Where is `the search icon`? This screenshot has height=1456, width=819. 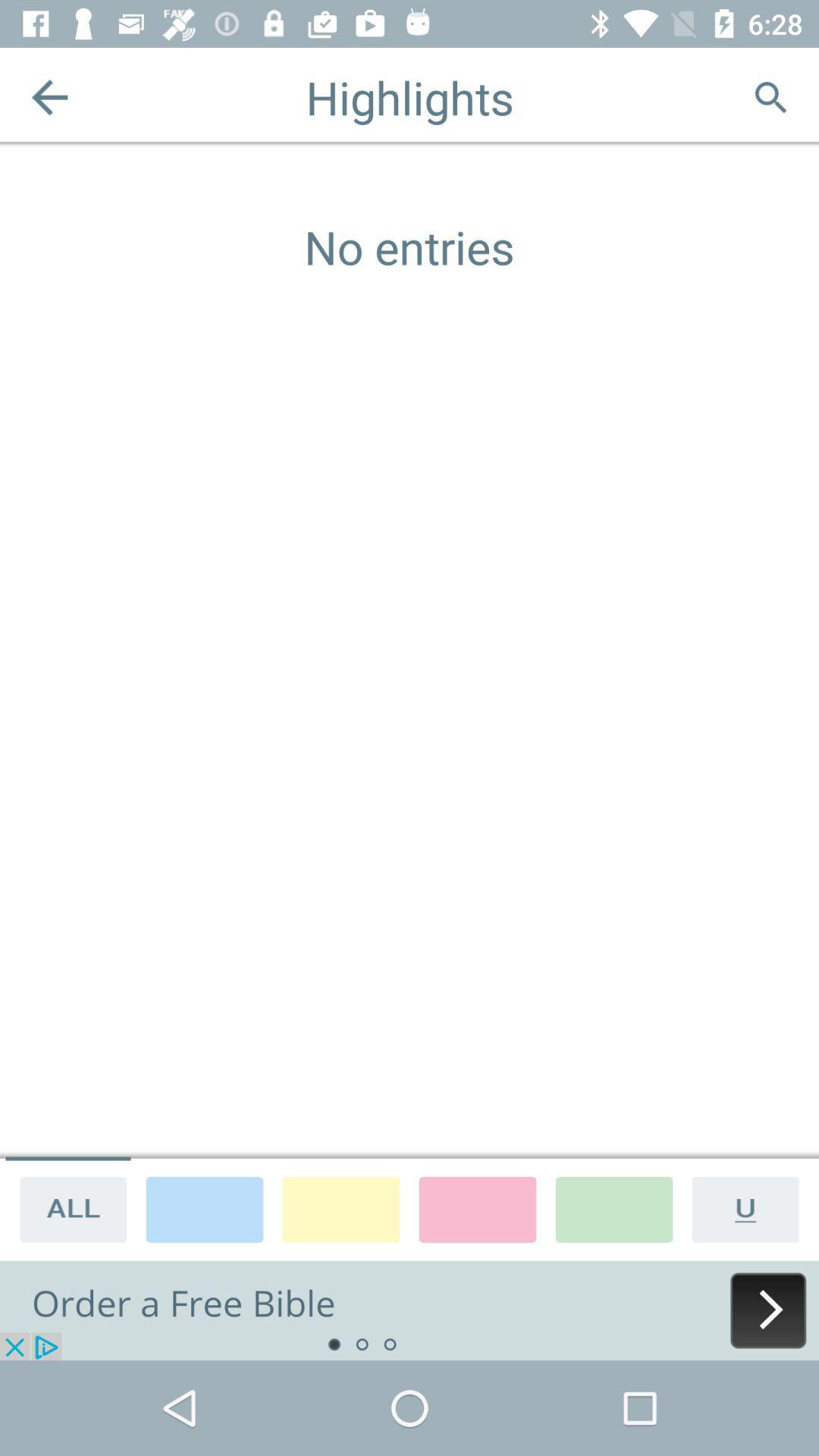 the search icon is located at coordinates (770, 96).